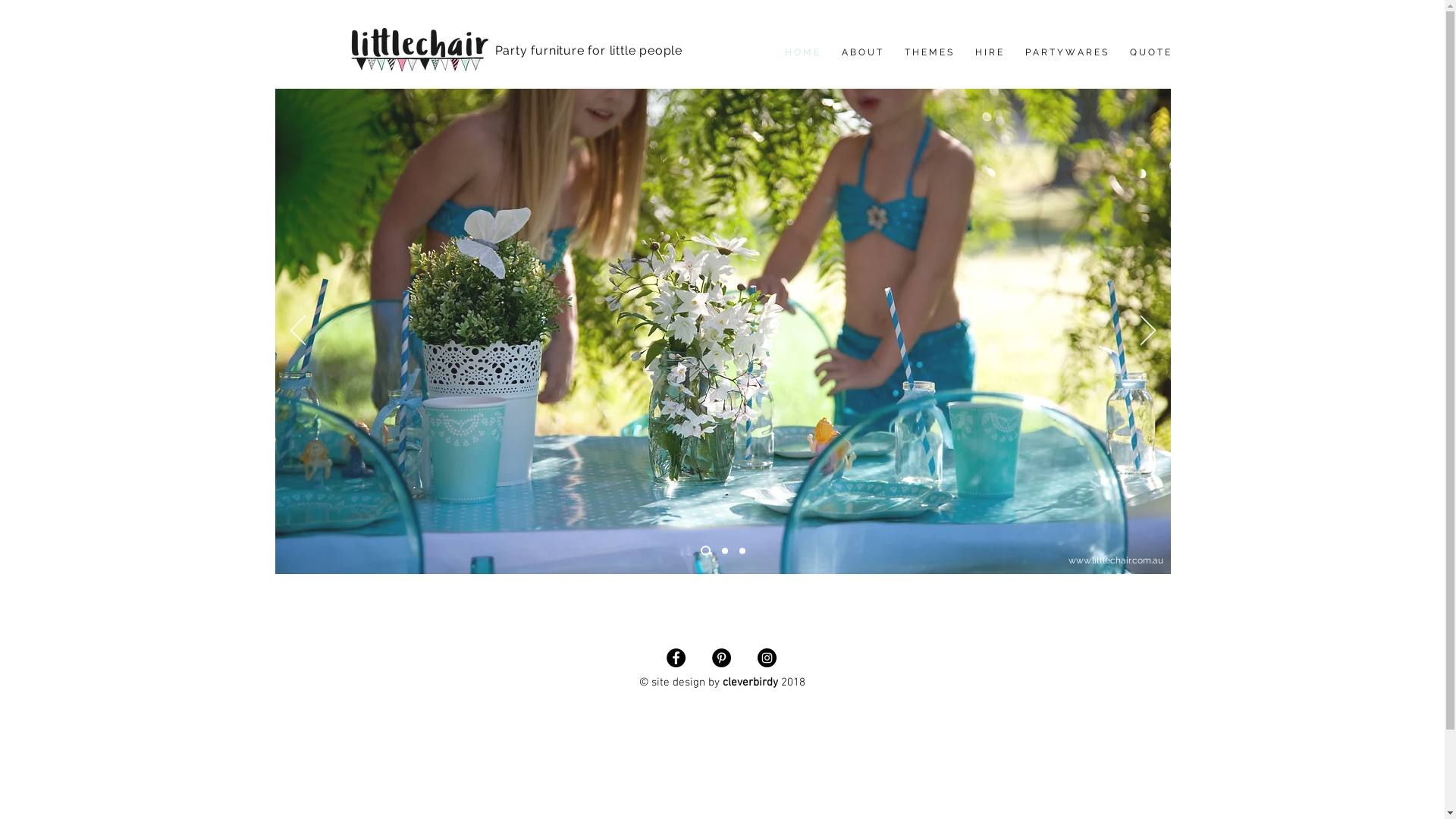 This screenshot has height=819, width=1456. I want to click on 'A B O U T', so click(861, 52).